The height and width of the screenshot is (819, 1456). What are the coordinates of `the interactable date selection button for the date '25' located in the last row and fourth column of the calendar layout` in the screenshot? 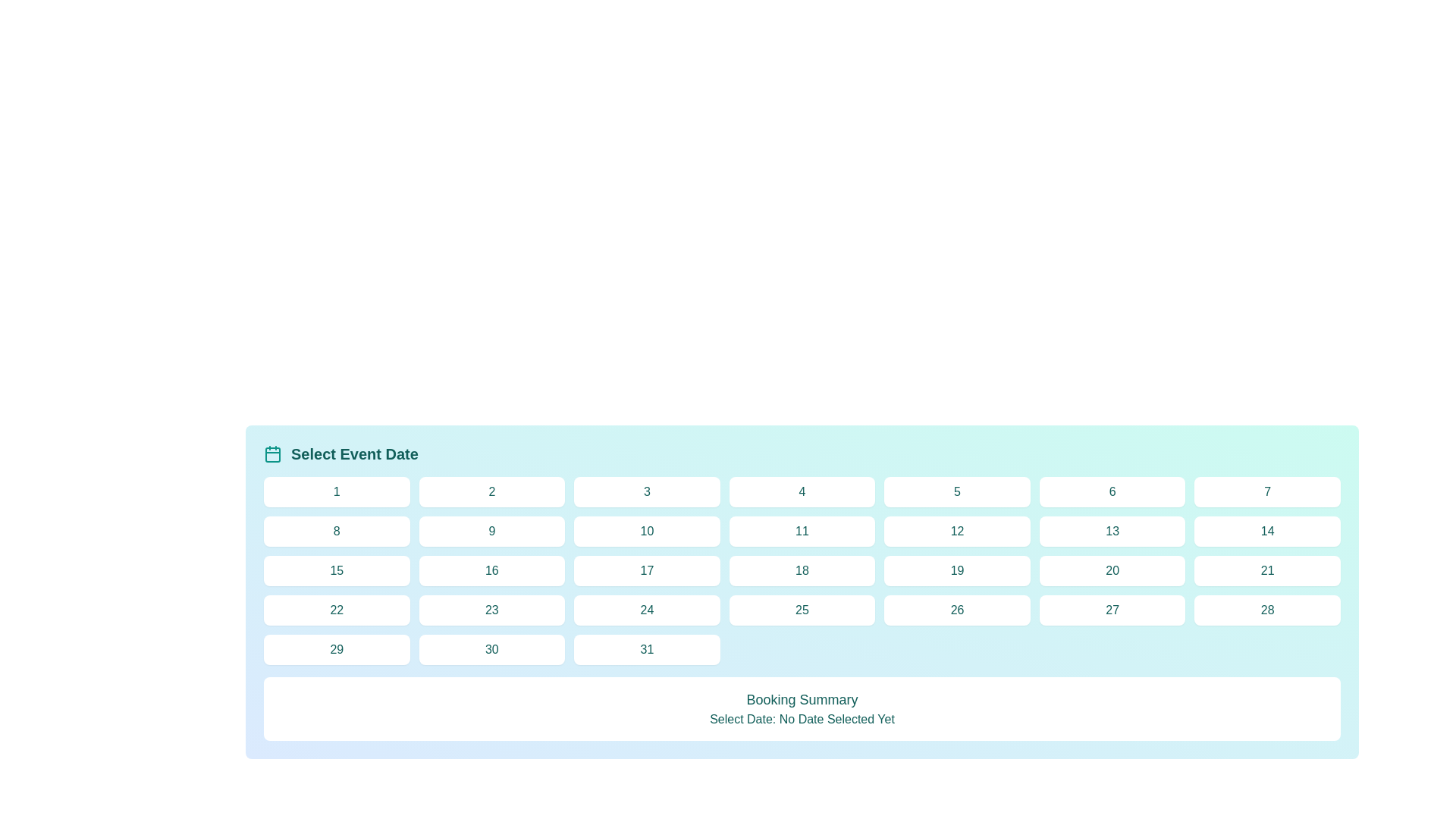 It's located at (801, 610).